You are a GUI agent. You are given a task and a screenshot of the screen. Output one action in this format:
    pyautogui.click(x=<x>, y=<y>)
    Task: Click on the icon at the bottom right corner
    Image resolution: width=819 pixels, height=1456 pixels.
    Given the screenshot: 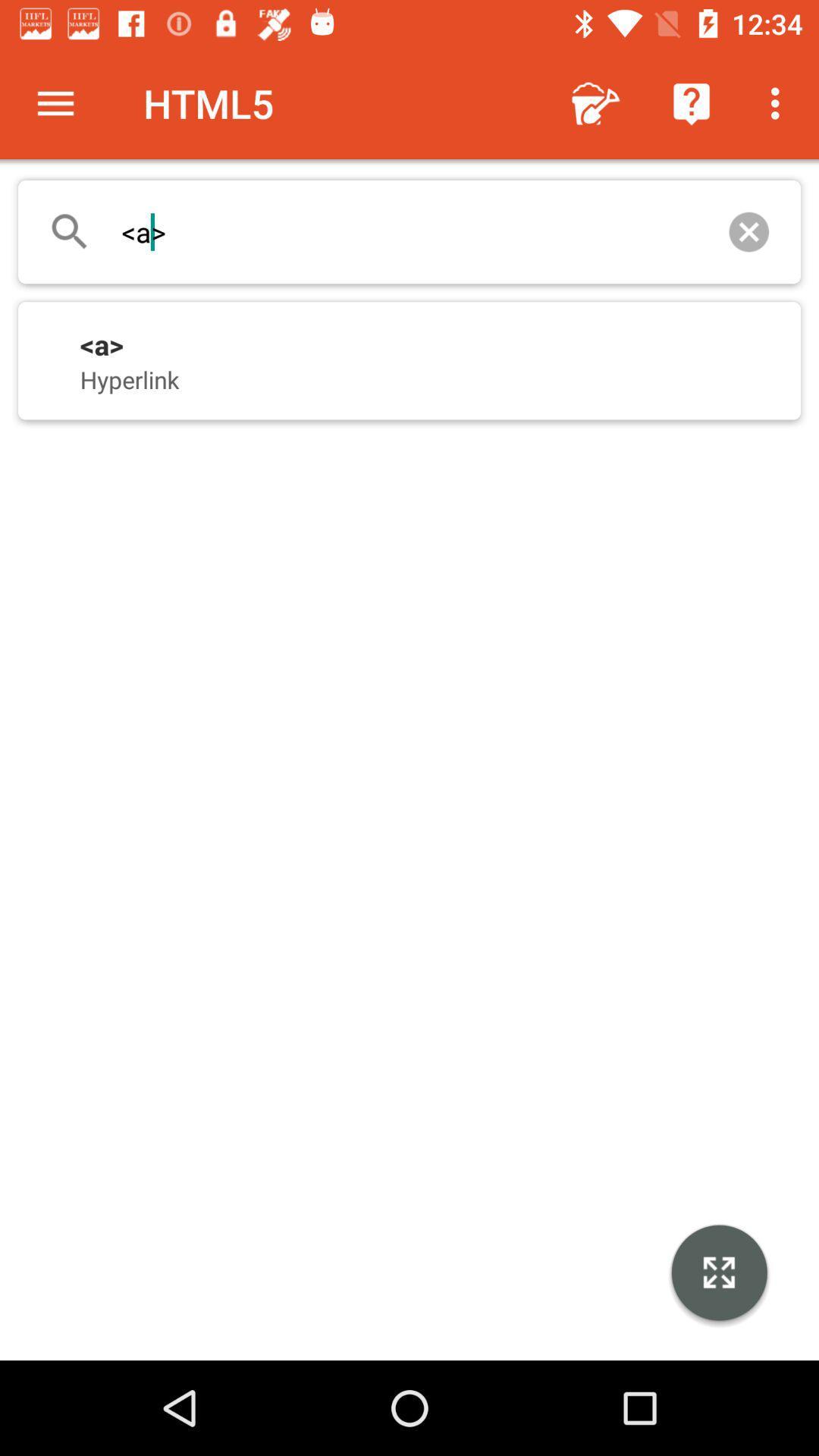 What is the action you would take?
    pyautogui.click(x=718, y=1274)
    